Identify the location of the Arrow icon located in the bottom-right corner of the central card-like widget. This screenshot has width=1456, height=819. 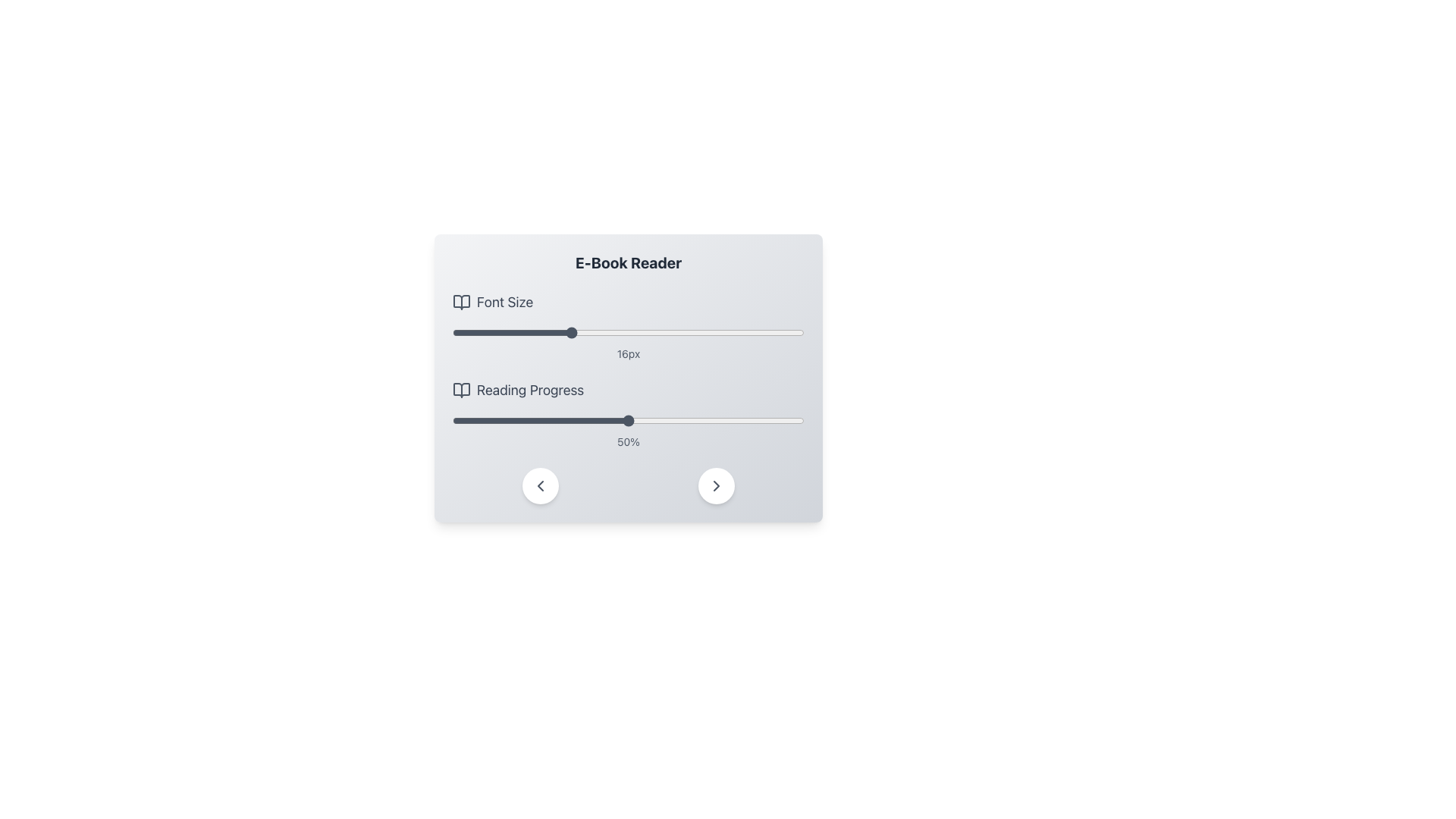
(716, 485).